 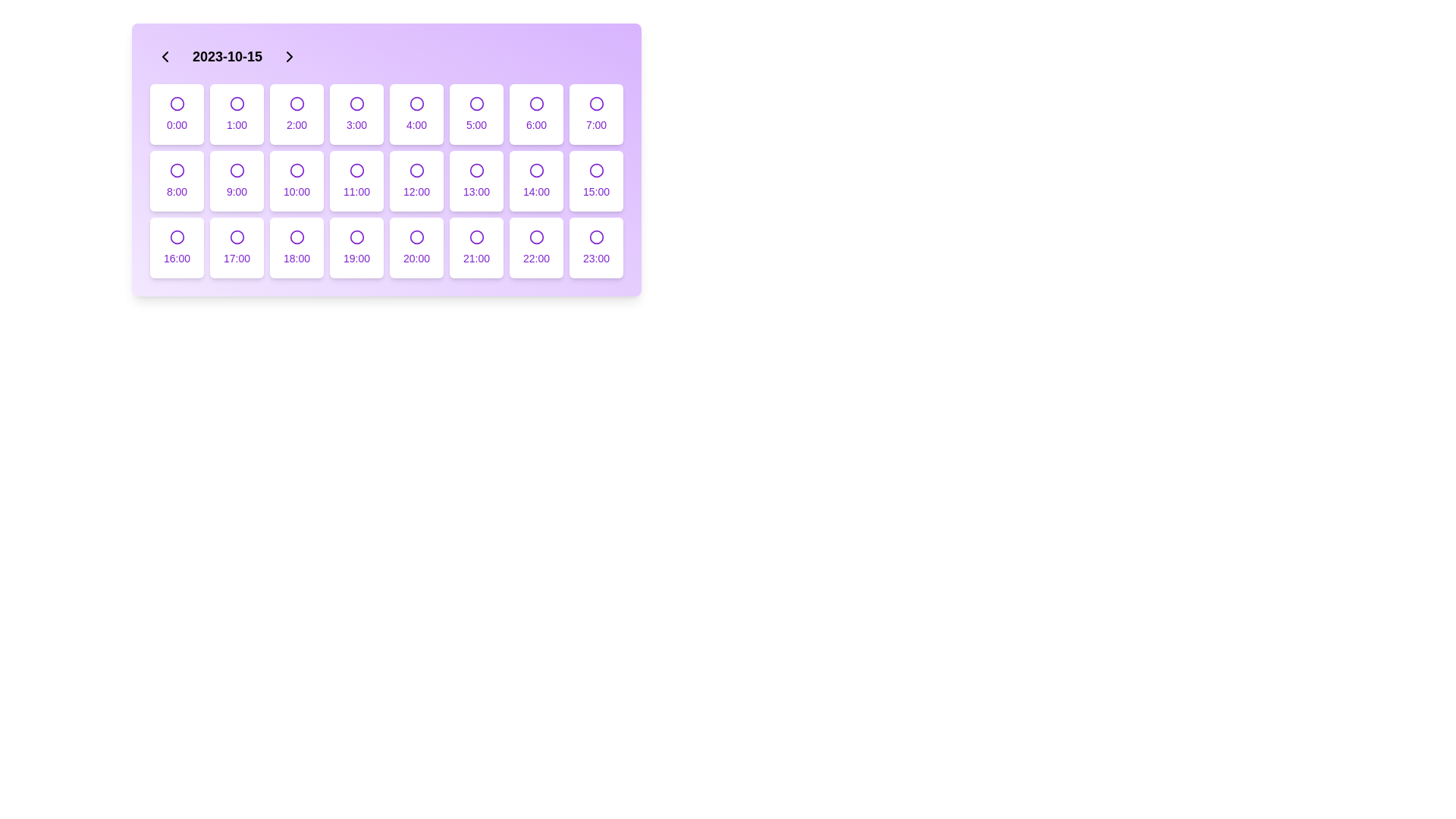 I want to click on the SVG Circle element located at the '11:00' column in the time interval row, which is styled with no fill and resides within a soft purple toned graphical interface, so click(x=356, y=170).